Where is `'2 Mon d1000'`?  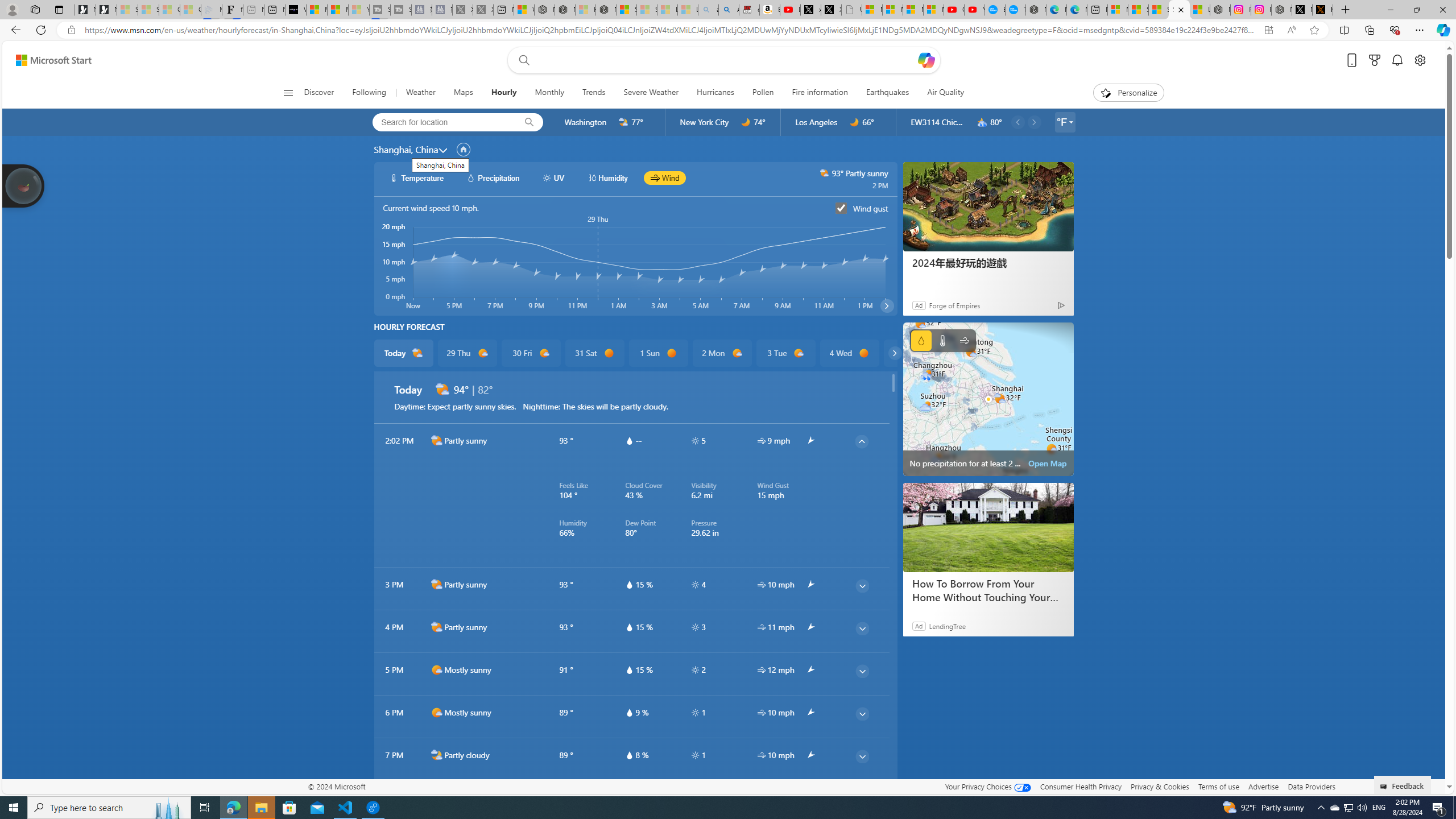 '2 Mon d1000' is located at coordinates (721, 353).